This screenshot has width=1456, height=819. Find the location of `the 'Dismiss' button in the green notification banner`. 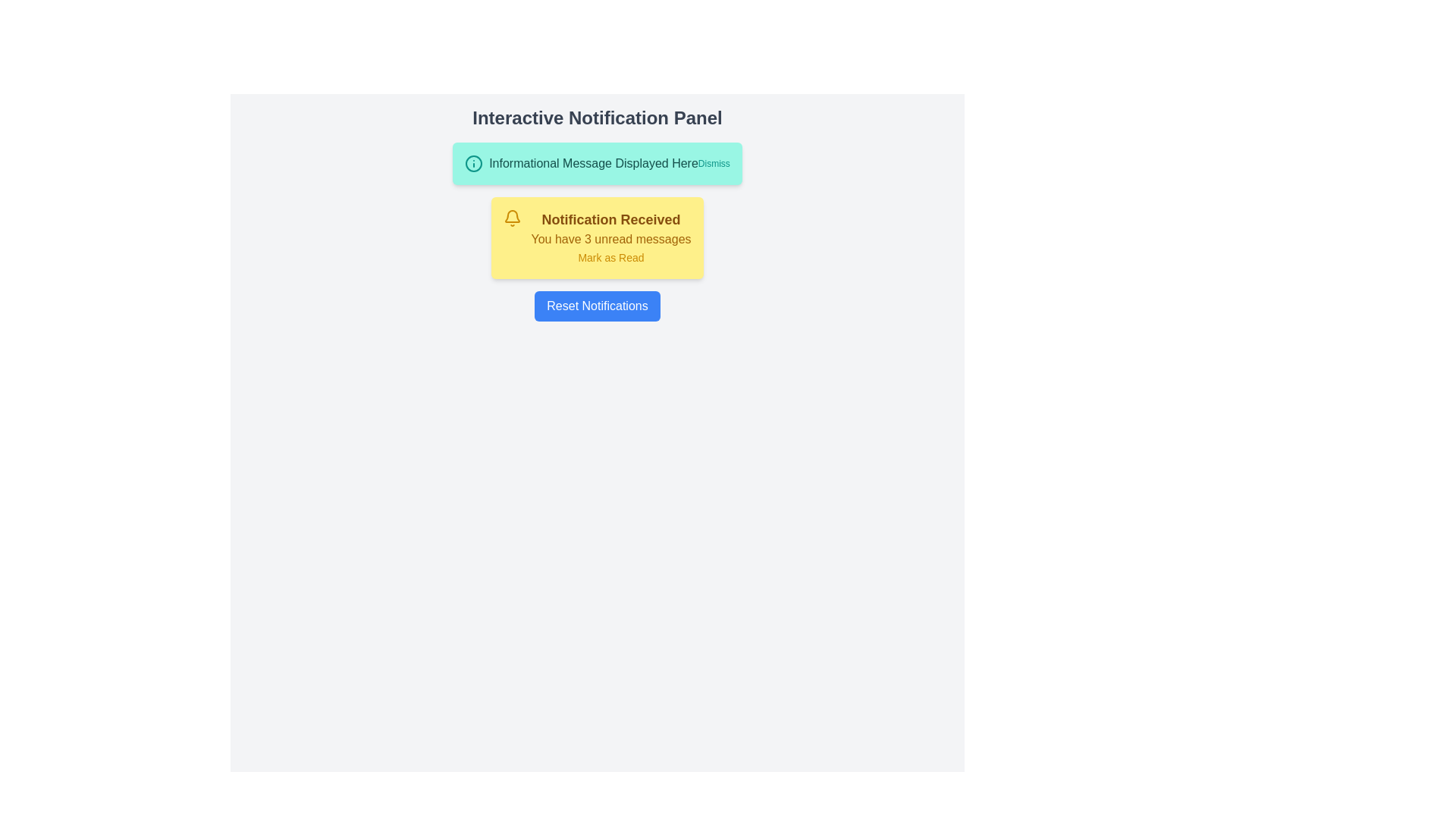

the 'Dismiss' button in the green notification banner is located at coordinates (713, 164).